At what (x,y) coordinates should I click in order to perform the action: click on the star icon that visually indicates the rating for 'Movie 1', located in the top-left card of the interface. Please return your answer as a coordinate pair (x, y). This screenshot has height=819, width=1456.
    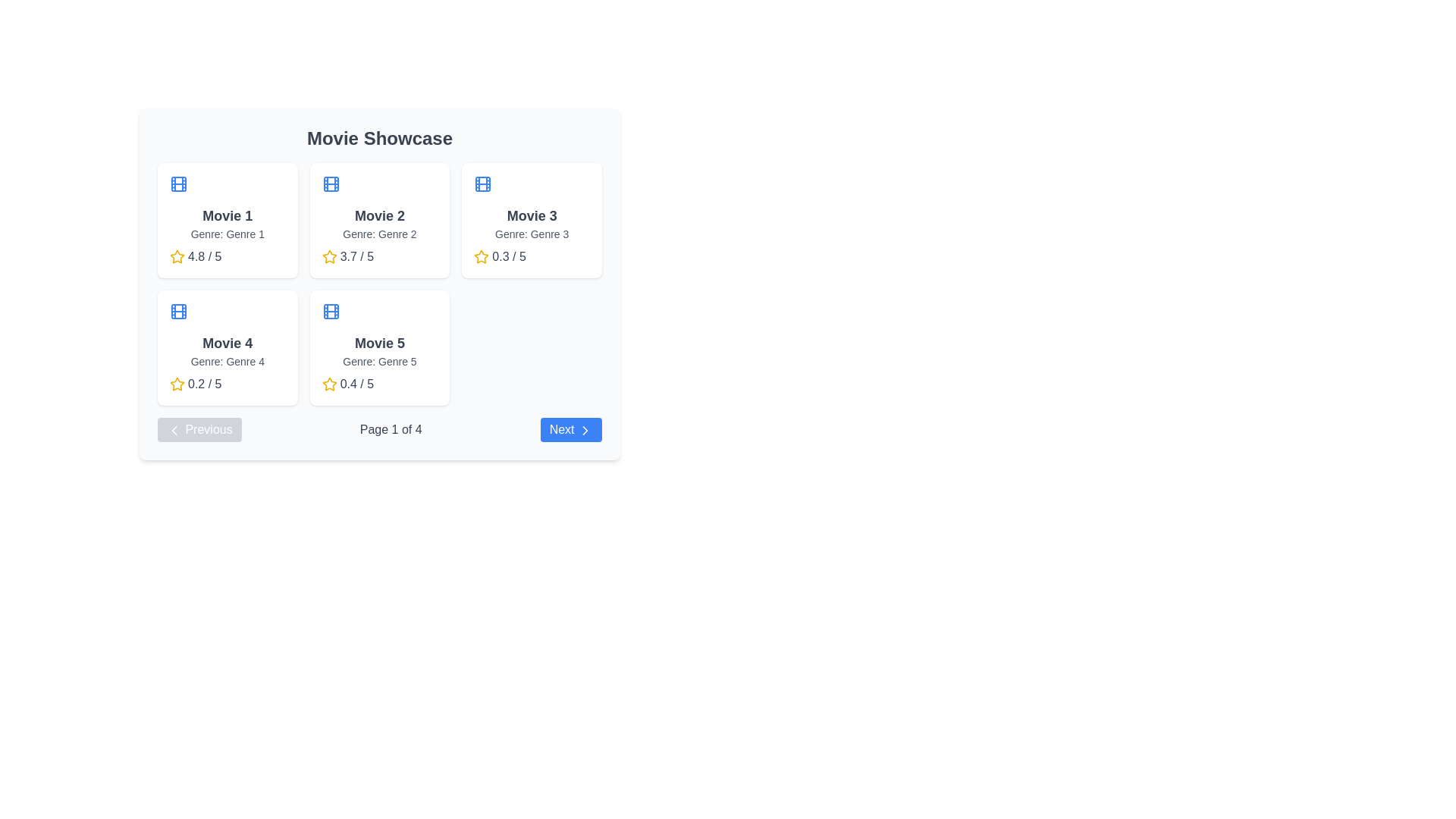
    Looking at the image, I should click on (177, 256).